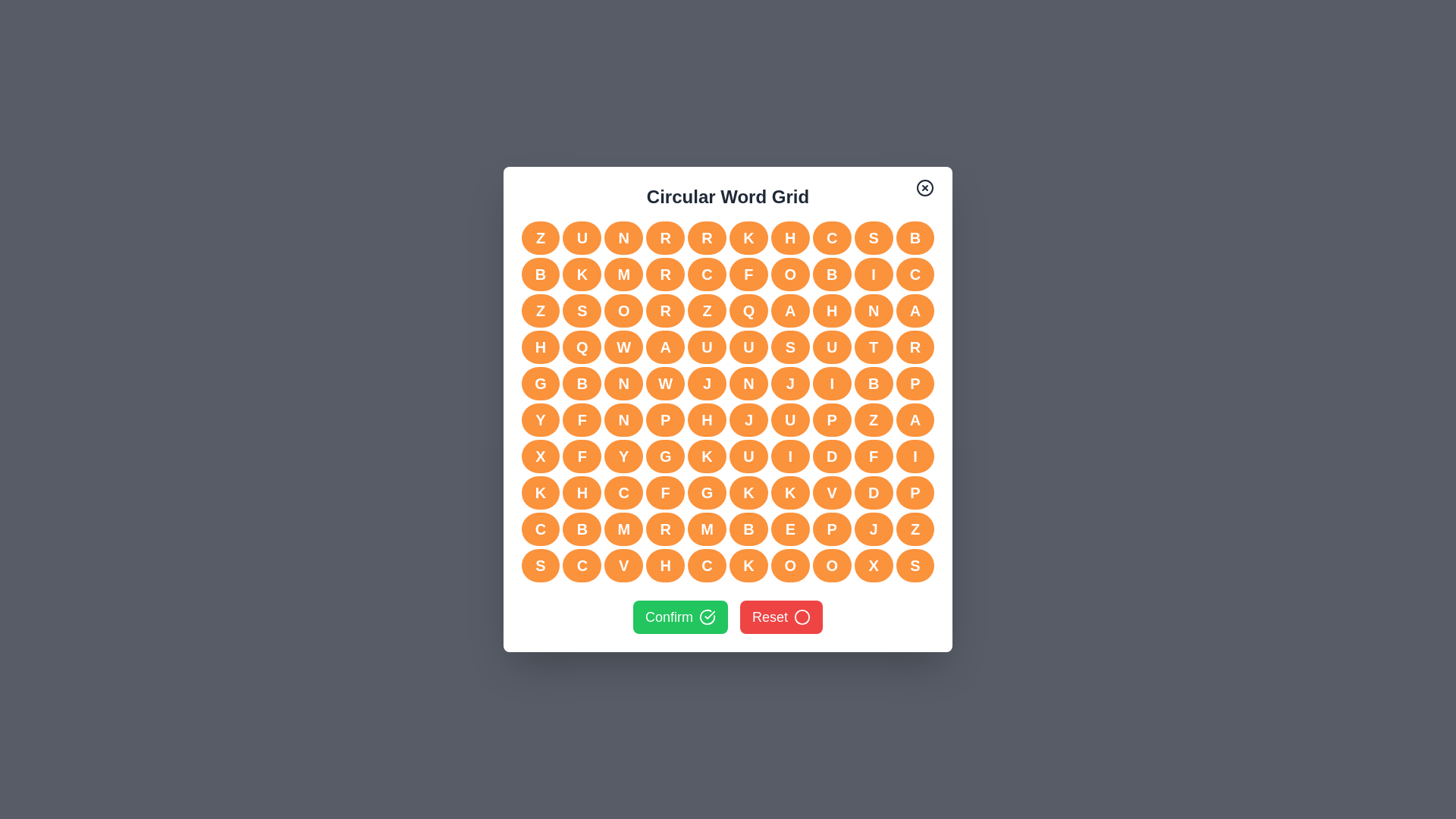  Describe the element at coordinates (924, 187) in the screenshot. I see `close button to dismiss the component` at that location.